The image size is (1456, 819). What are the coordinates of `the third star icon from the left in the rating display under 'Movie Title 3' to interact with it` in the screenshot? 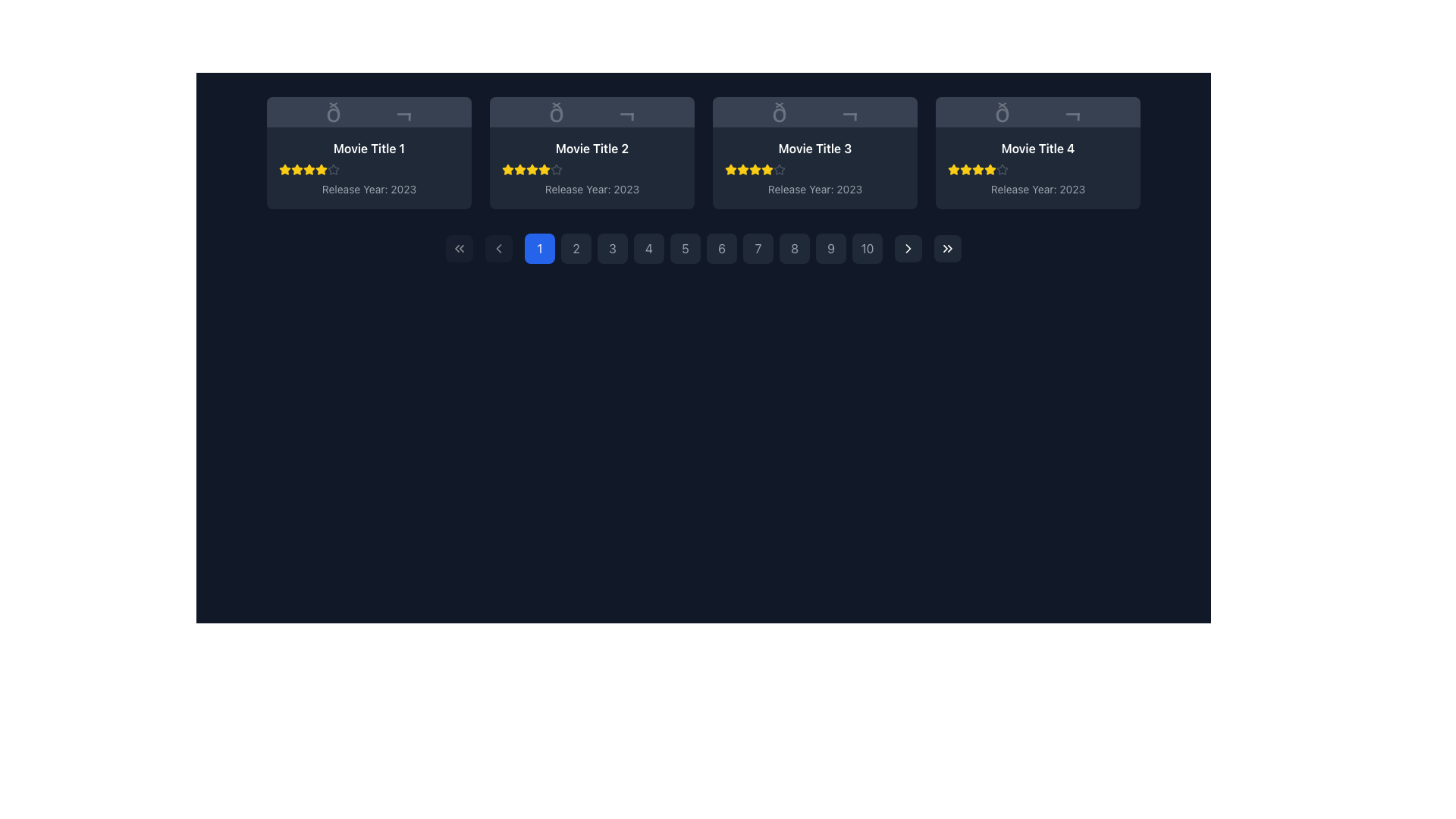 It's located at (742, 169).